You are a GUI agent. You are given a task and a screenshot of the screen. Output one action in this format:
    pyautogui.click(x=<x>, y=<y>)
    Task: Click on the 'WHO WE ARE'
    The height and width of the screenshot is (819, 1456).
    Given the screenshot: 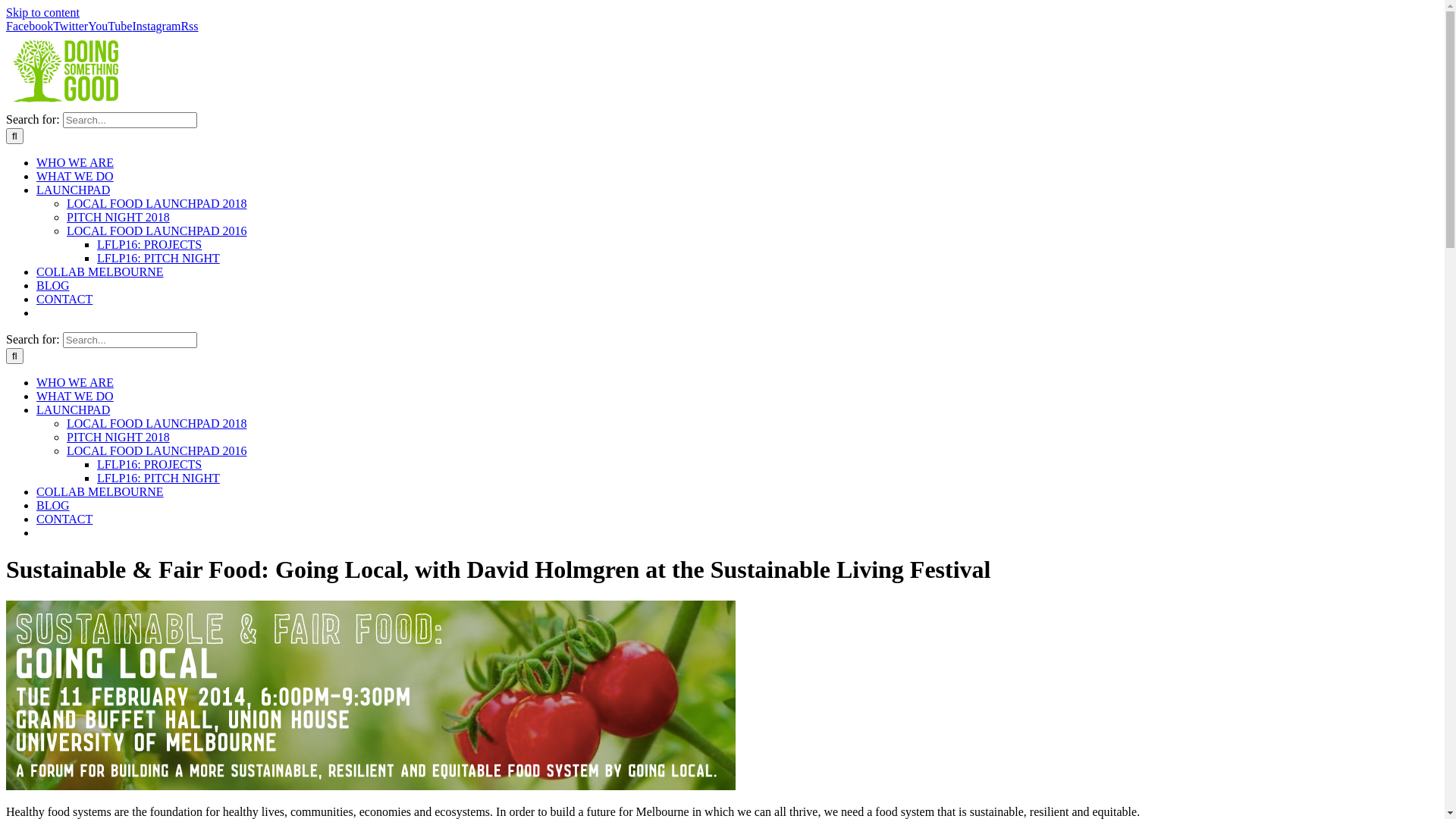 What is the action you would take?
    pyautogui.click(x=74, y=162)
    